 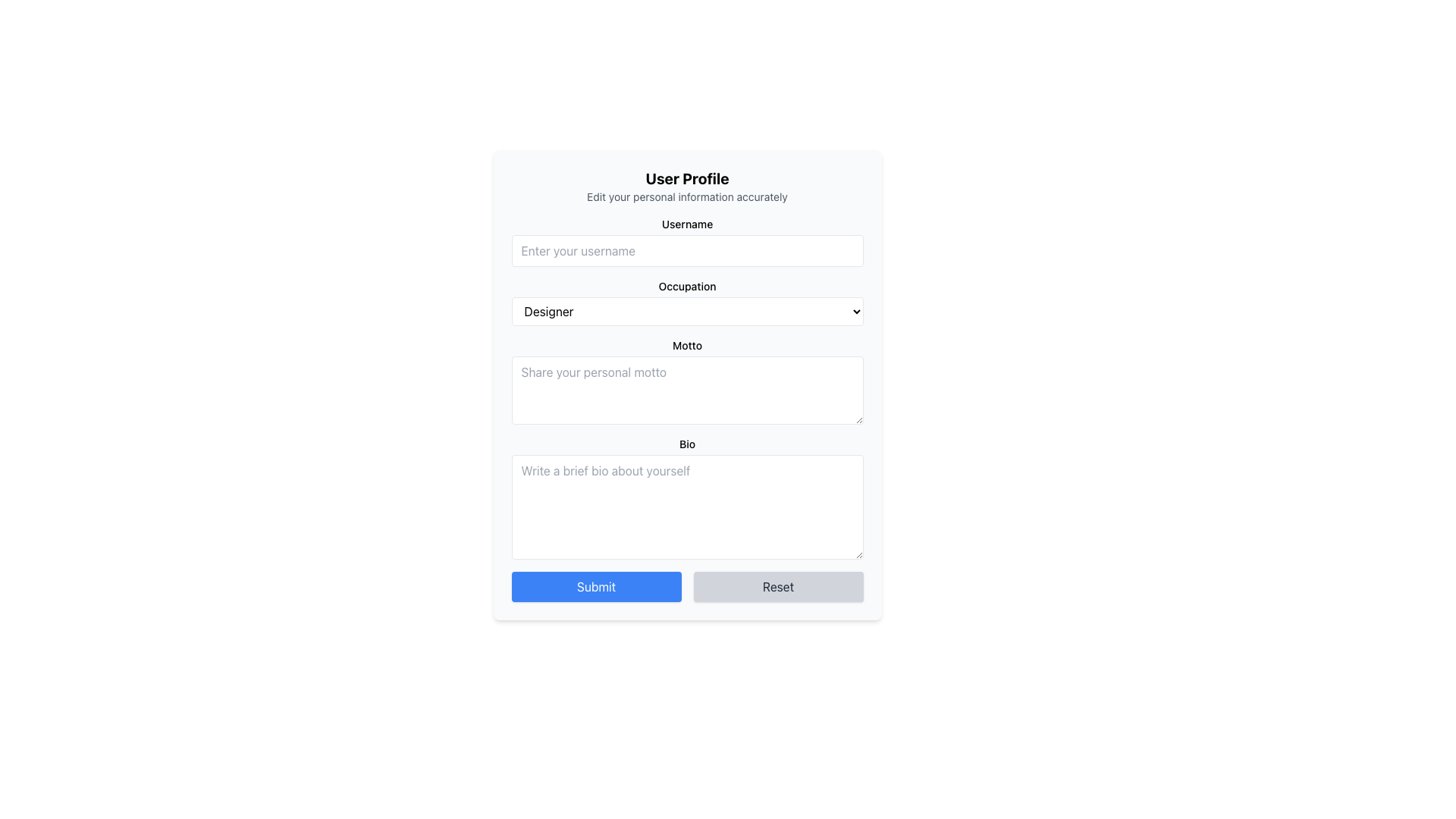 I want to click on the 'Reset' button, which is a rectangular button with rounded edges and a gray background, located at the bottom-right corner of the form, so click(x=778, y=586).